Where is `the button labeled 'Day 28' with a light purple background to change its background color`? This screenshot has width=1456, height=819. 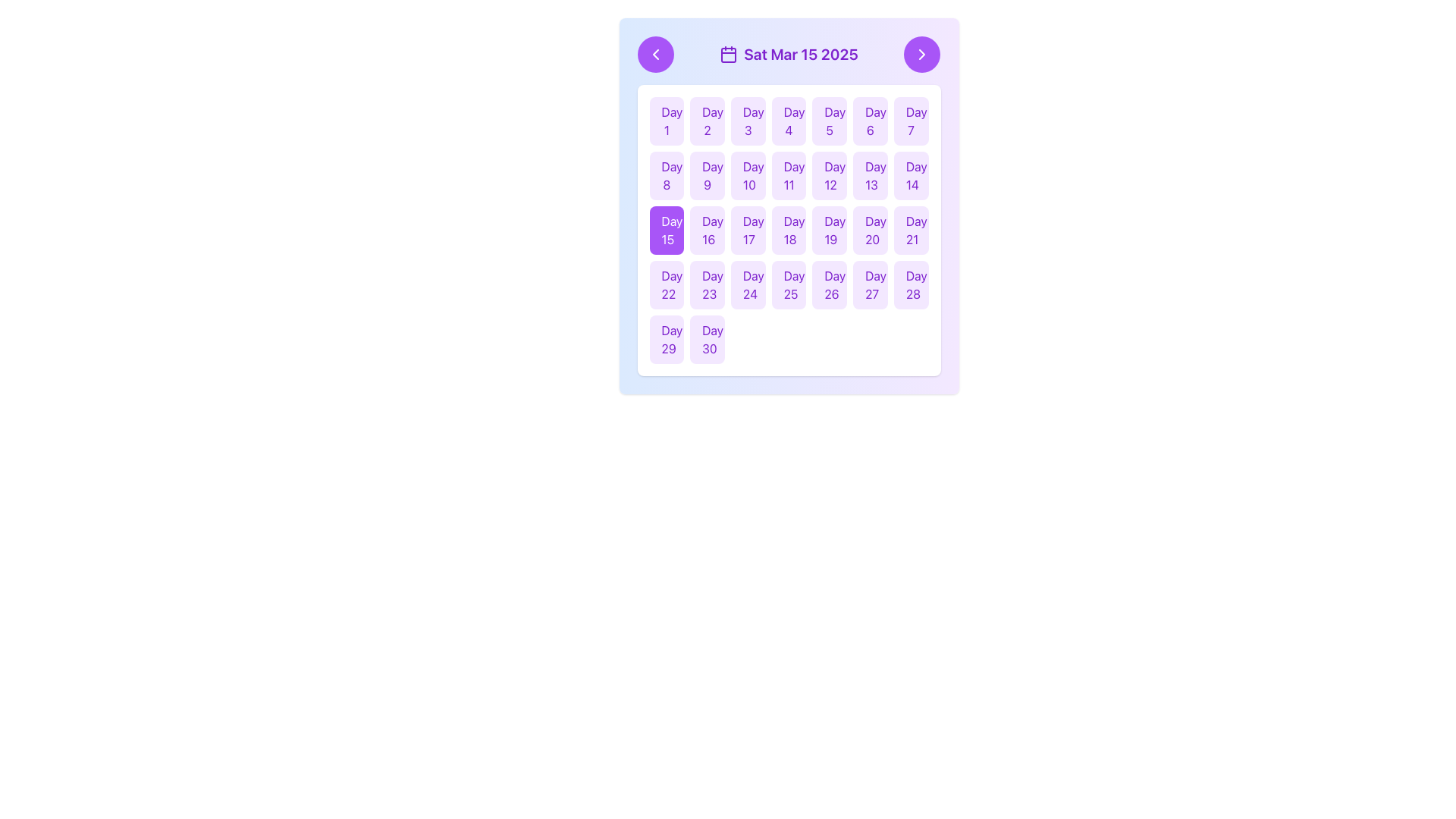
the button labeled 'Day 28' with a light purple background to change its background color is located at coordinates (910, 284).